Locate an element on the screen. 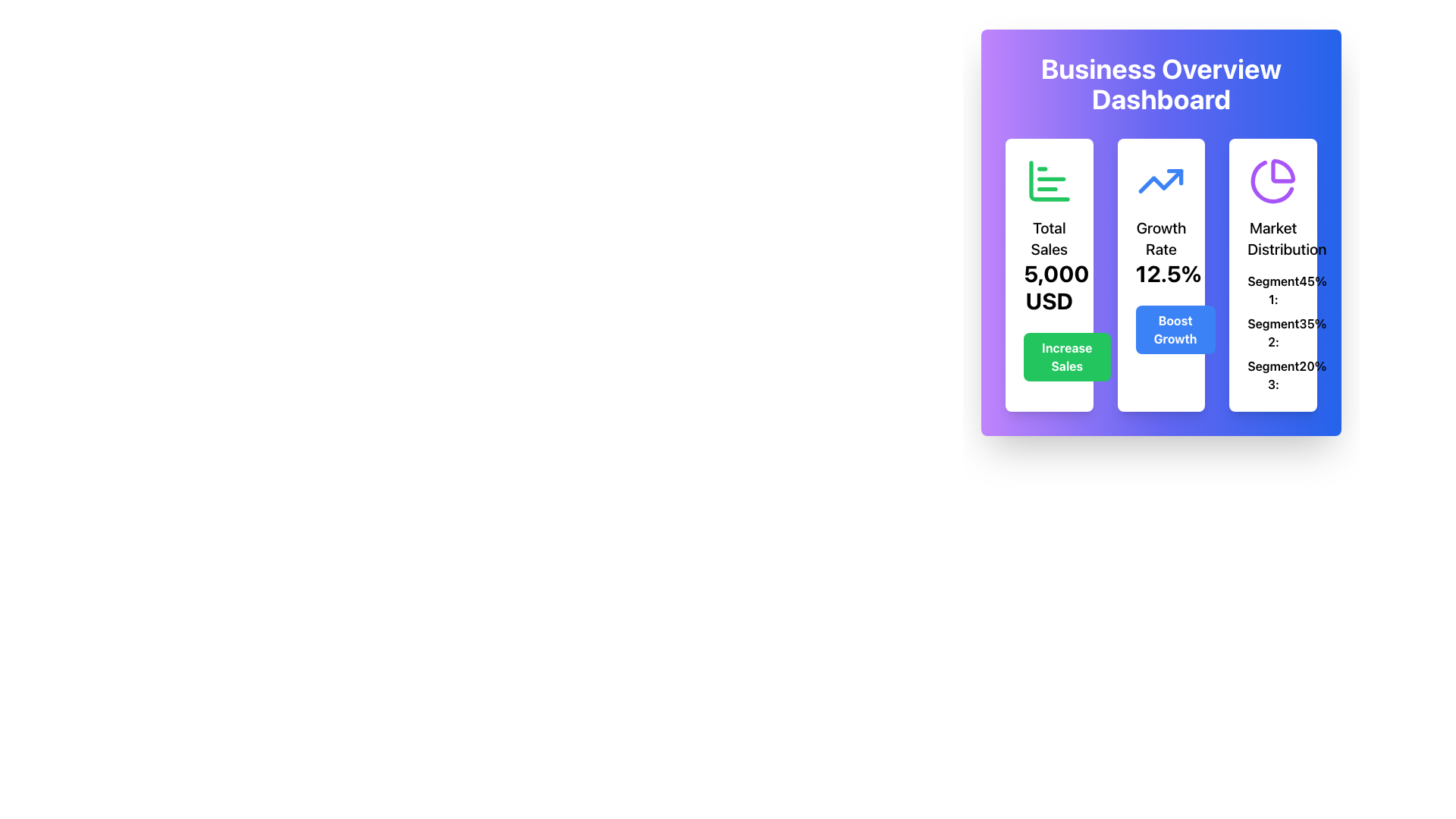 This screenshot has height=819, width=1456. information displayed in the Text Display element showing 'Segment 2:35%' located in the rightmost card under 'Market Distribution' is located at coordinates (1273, 332).